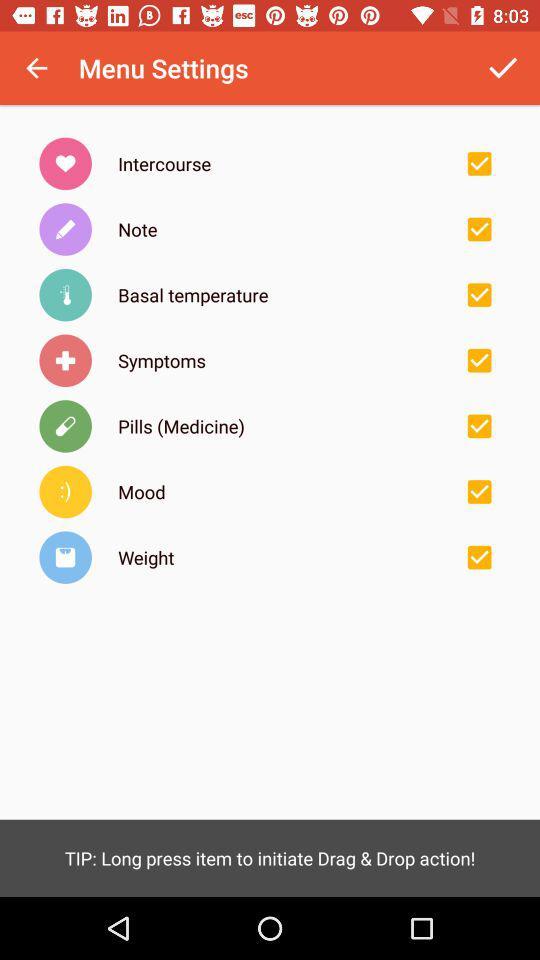 The height and width of the screenshot is (960, 540). What do you see at coordinates (478, 162) in the screenshot?
I see `check intercourse box` at bounding box center [478, 162].